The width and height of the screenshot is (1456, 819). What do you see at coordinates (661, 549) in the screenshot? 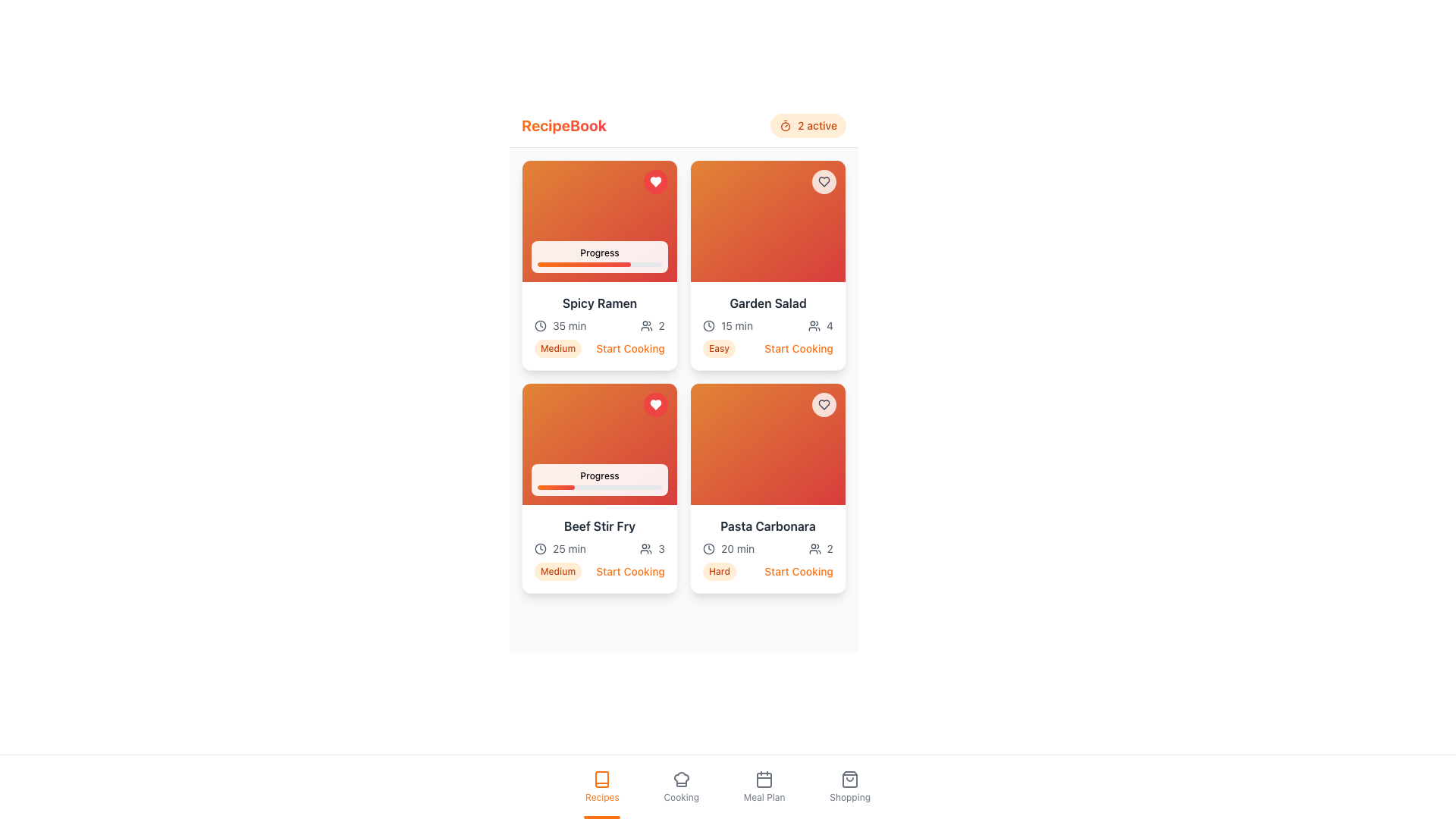
I see `the numeric character '3' displayed in a sans-serif typeface, part of the recipe details for 'Beef Stir Fry', located adjacent to the servings icon` at bounding box center [661, 549].